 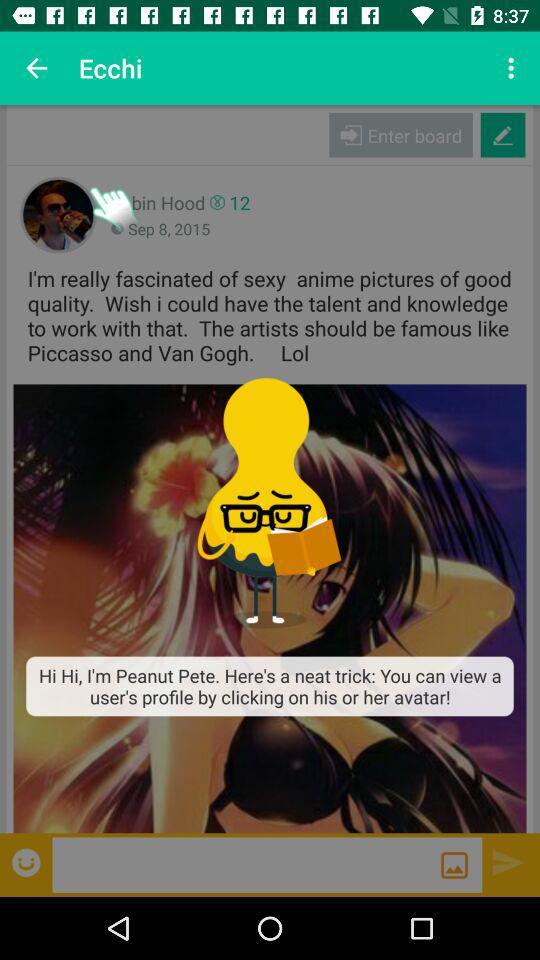 What do you see at coordinates (246, 863) in the screenshot?
I see `search app` at bounding box center [246, 863].